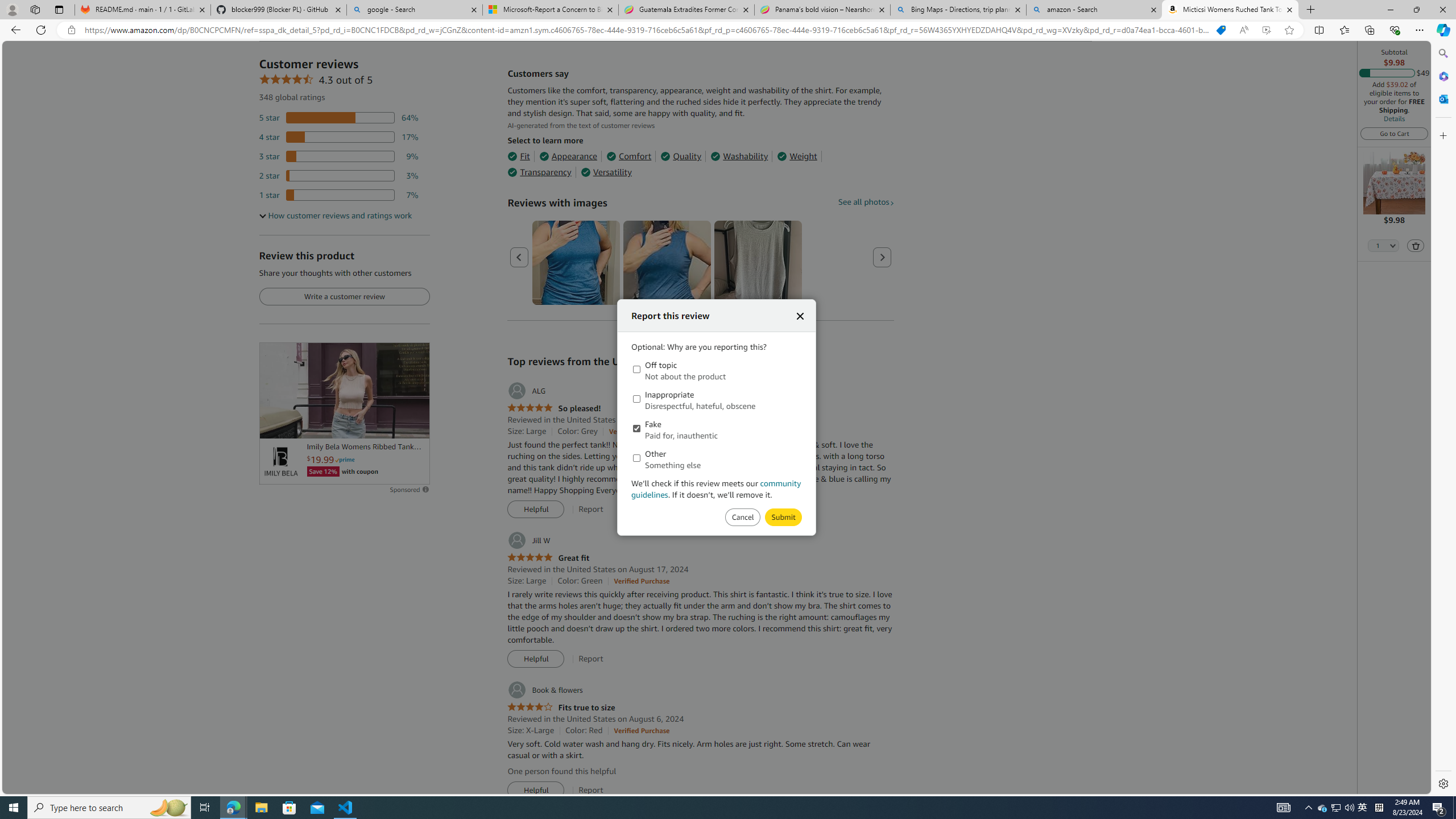 This screenshot has width=1456, height=819. I want to click on '9 percent of reviews have 3 stars', so click(338, 156).